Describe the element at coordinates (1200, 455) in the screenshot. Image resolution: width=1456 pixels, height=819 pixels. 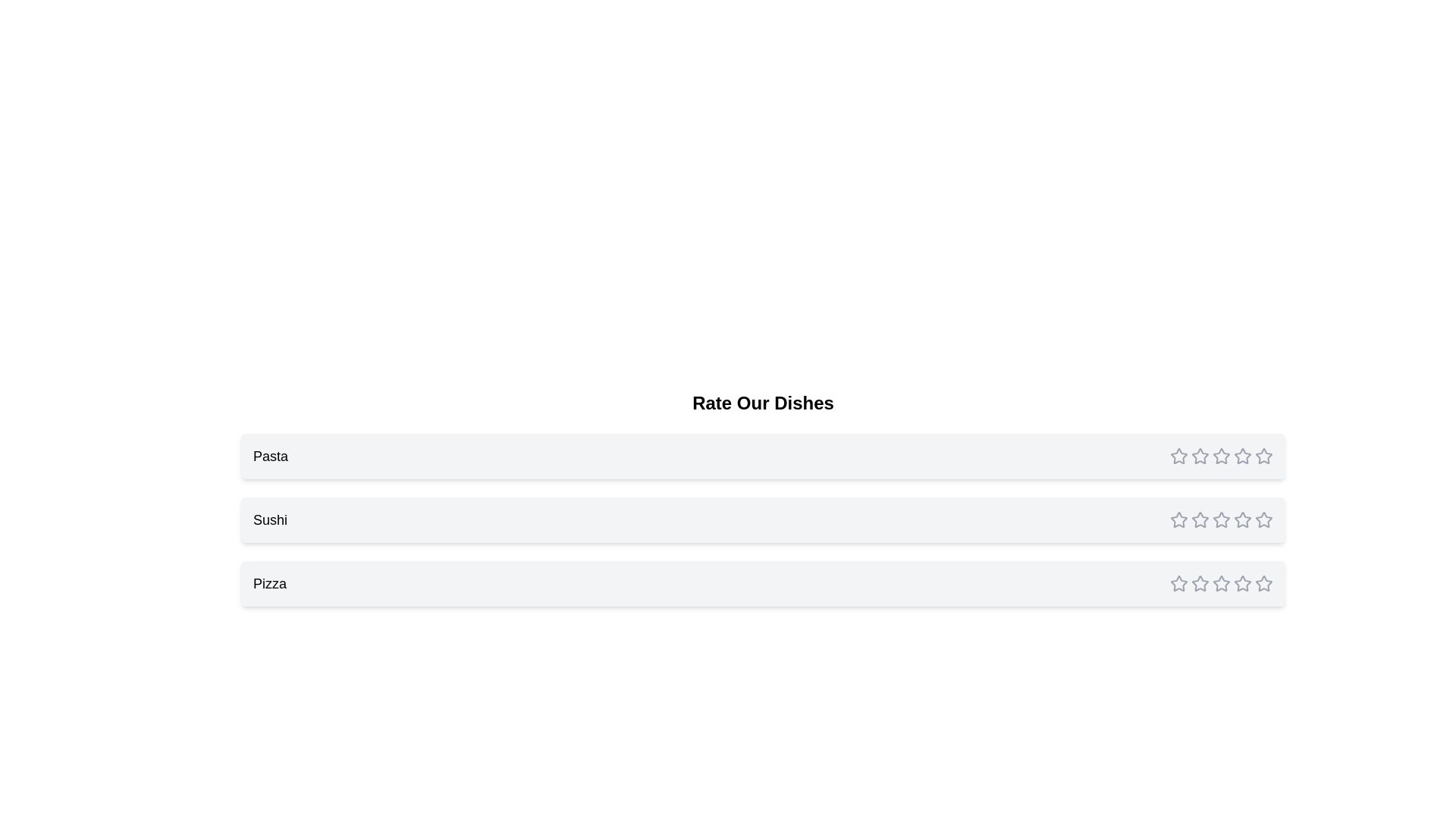
I see `the second star icon in the rating input system for the 'Pasta' row` at that location.